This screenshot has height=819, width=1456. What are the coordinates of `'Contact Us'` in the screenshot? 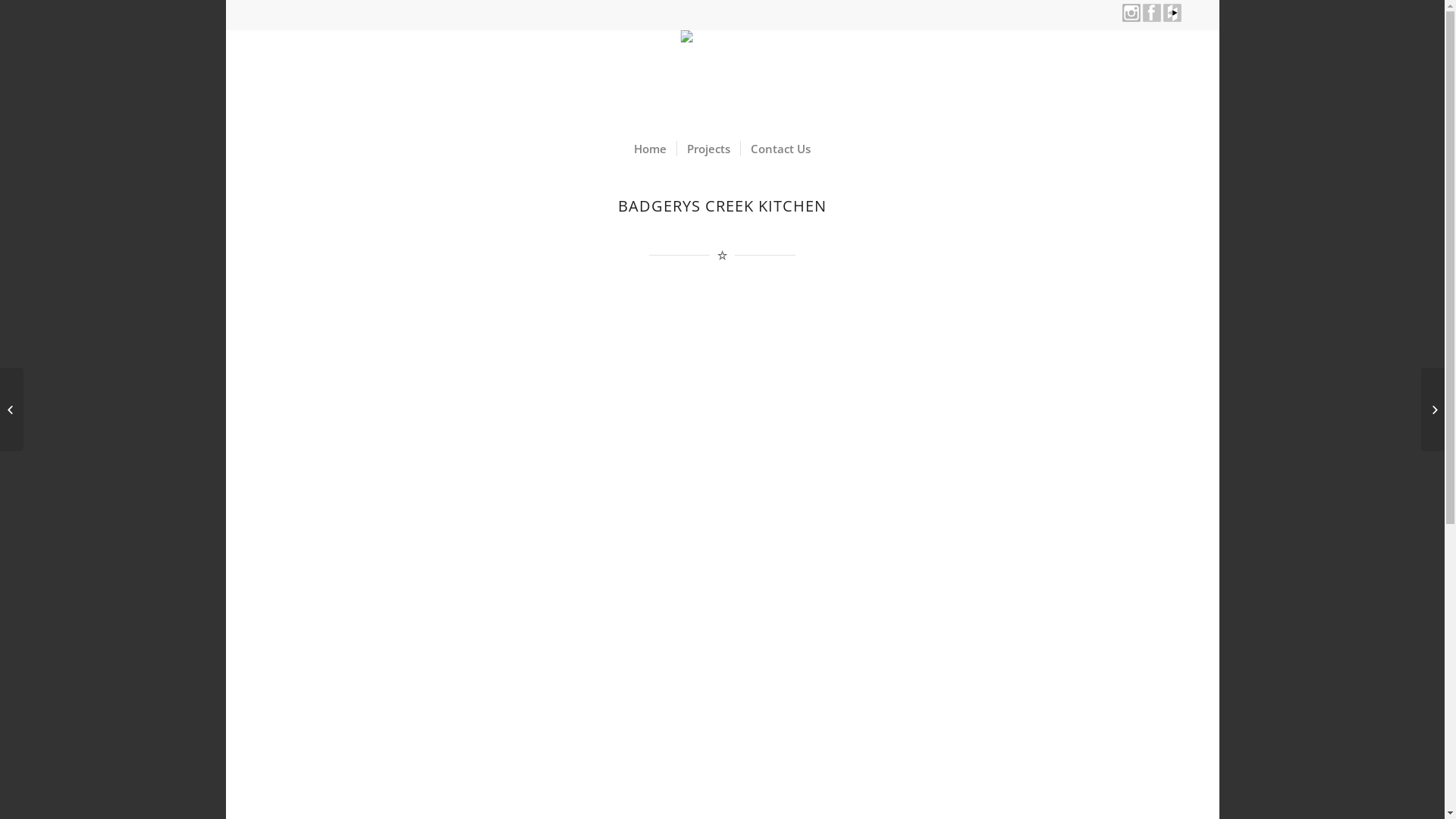 It's located at (780, 149).